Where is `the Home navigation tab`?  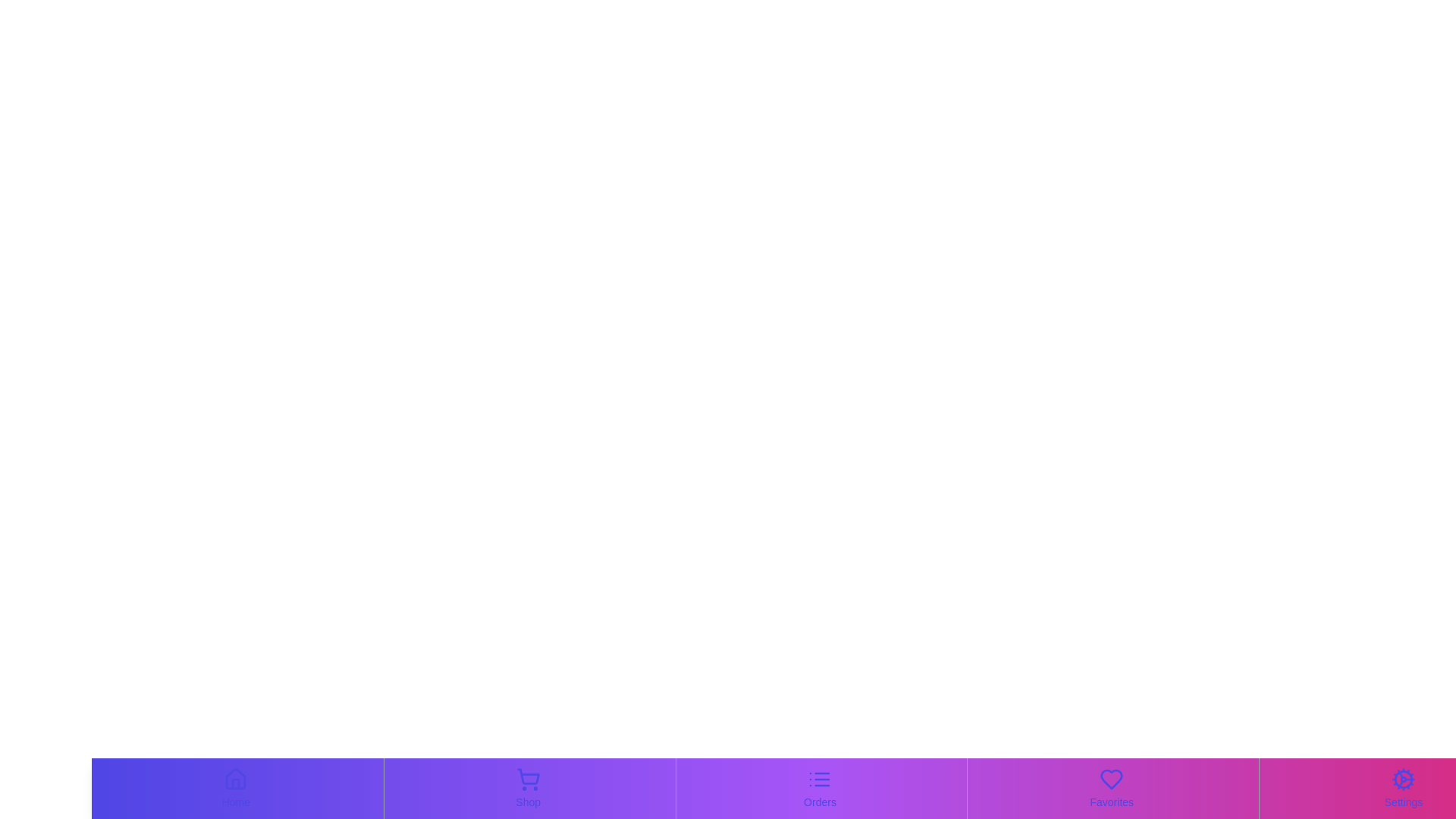 the Home navigation tab is located at coordinates (235, 788).